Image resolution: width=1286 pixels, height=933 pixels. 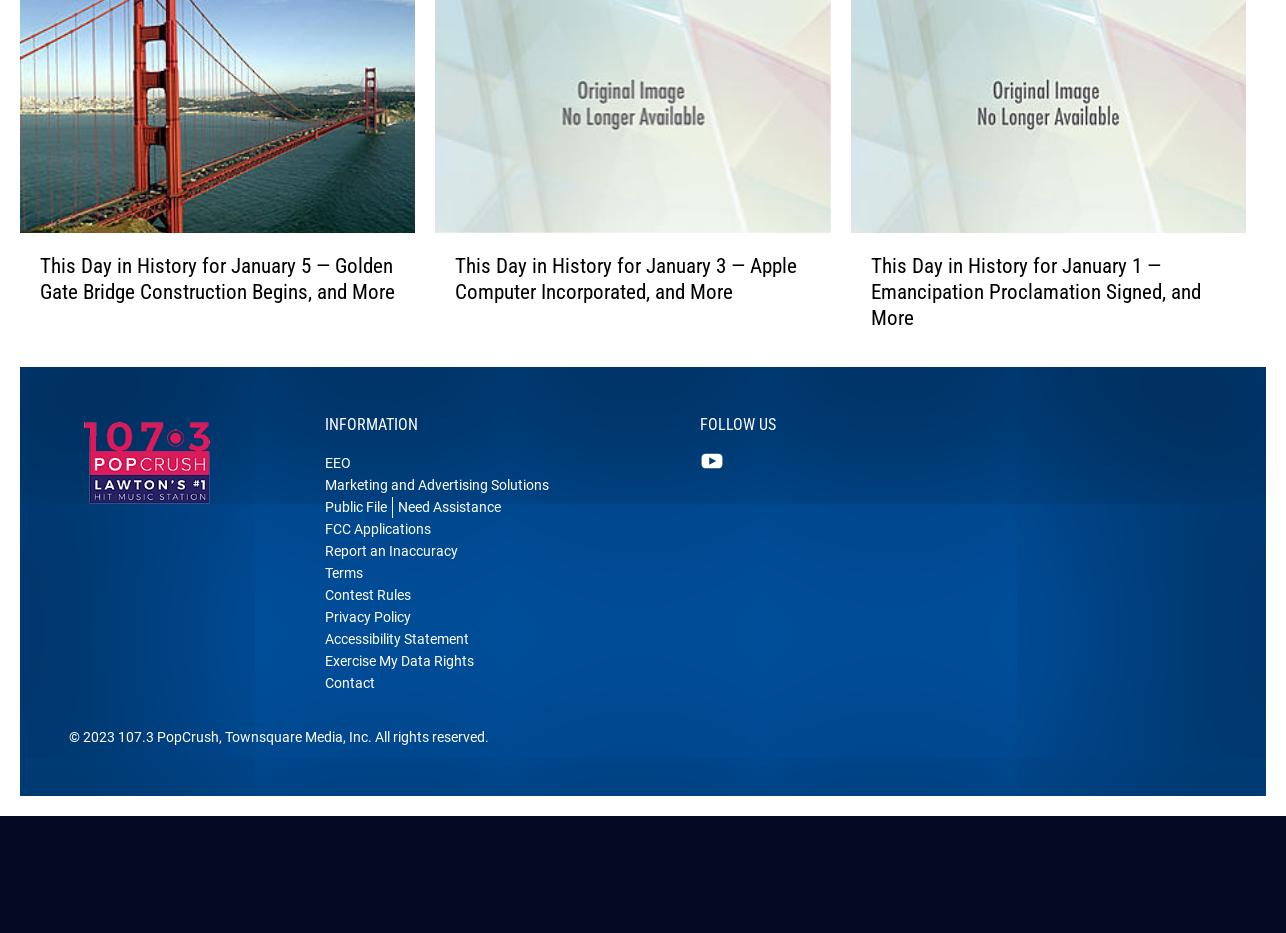 What do you see at coordinates (367, 625) in the screenshot?
I see `'Contest Rules'` at bounding box center [367, 625].